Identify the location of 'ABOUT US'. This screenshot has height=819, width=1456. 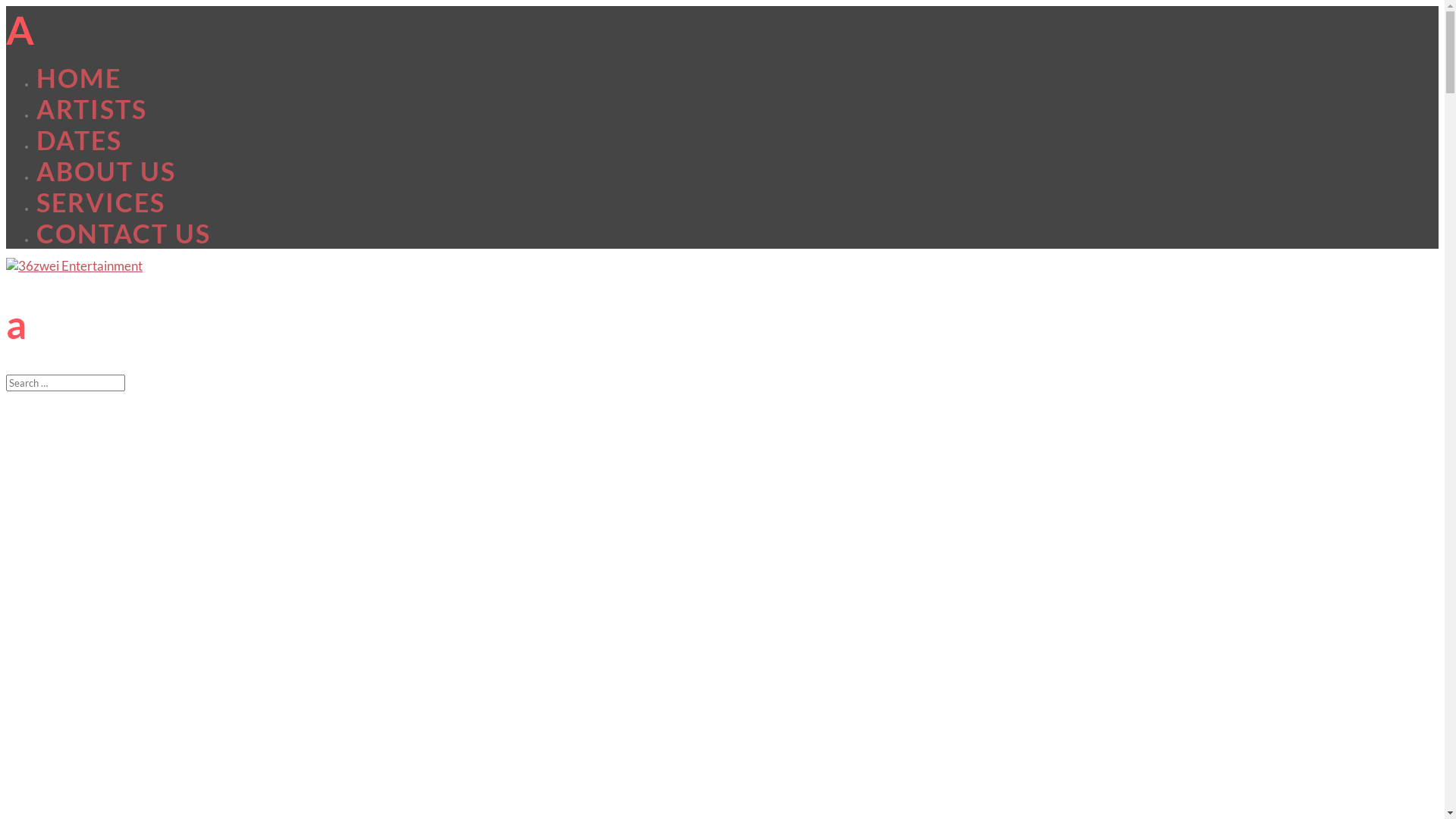
(105, 171).